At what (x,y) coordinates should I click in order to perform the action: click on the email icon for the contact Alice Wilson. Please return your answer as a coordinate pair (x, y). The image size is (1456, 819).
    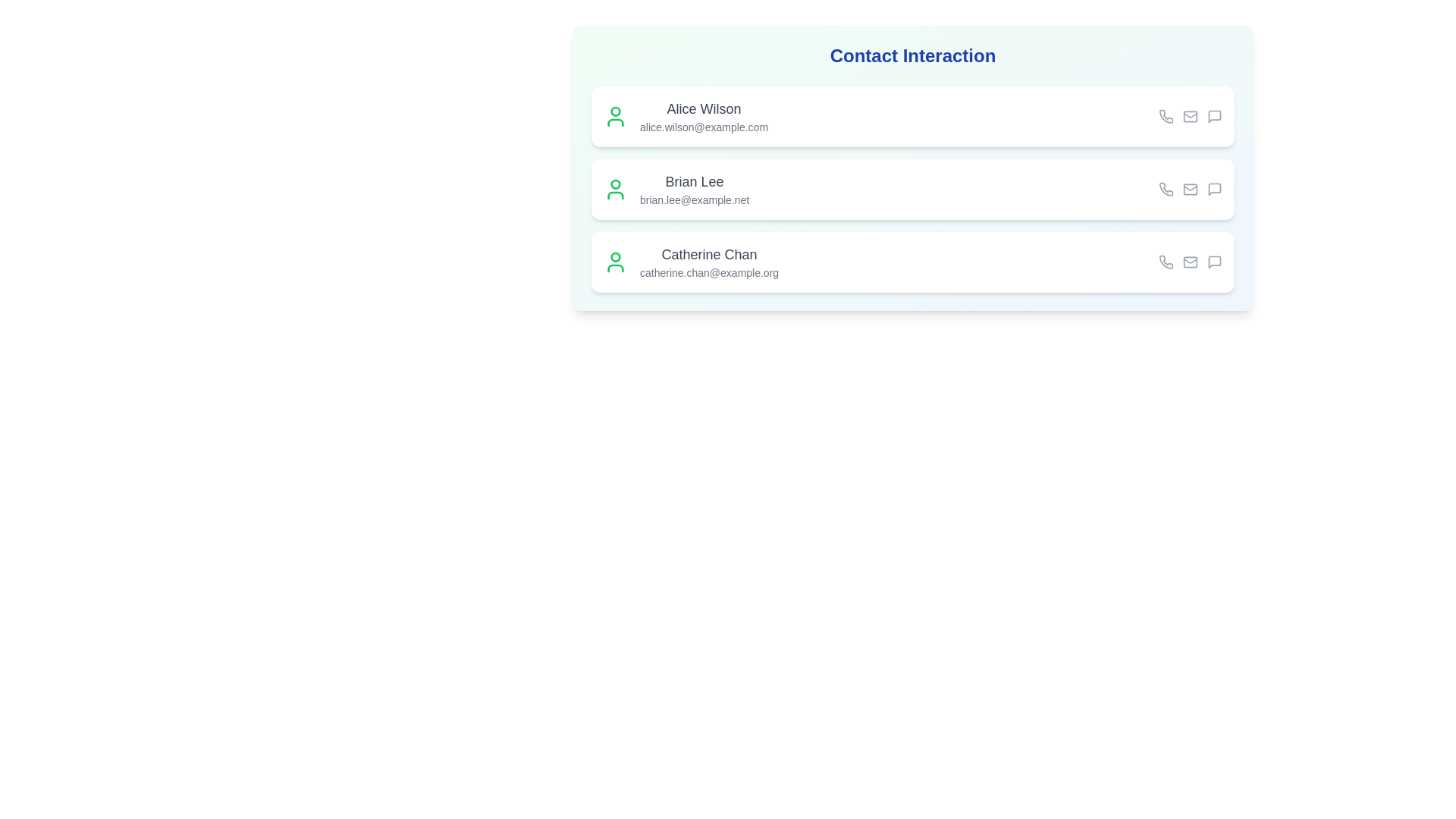
    Looking at the image, I should click on (1189, 116).